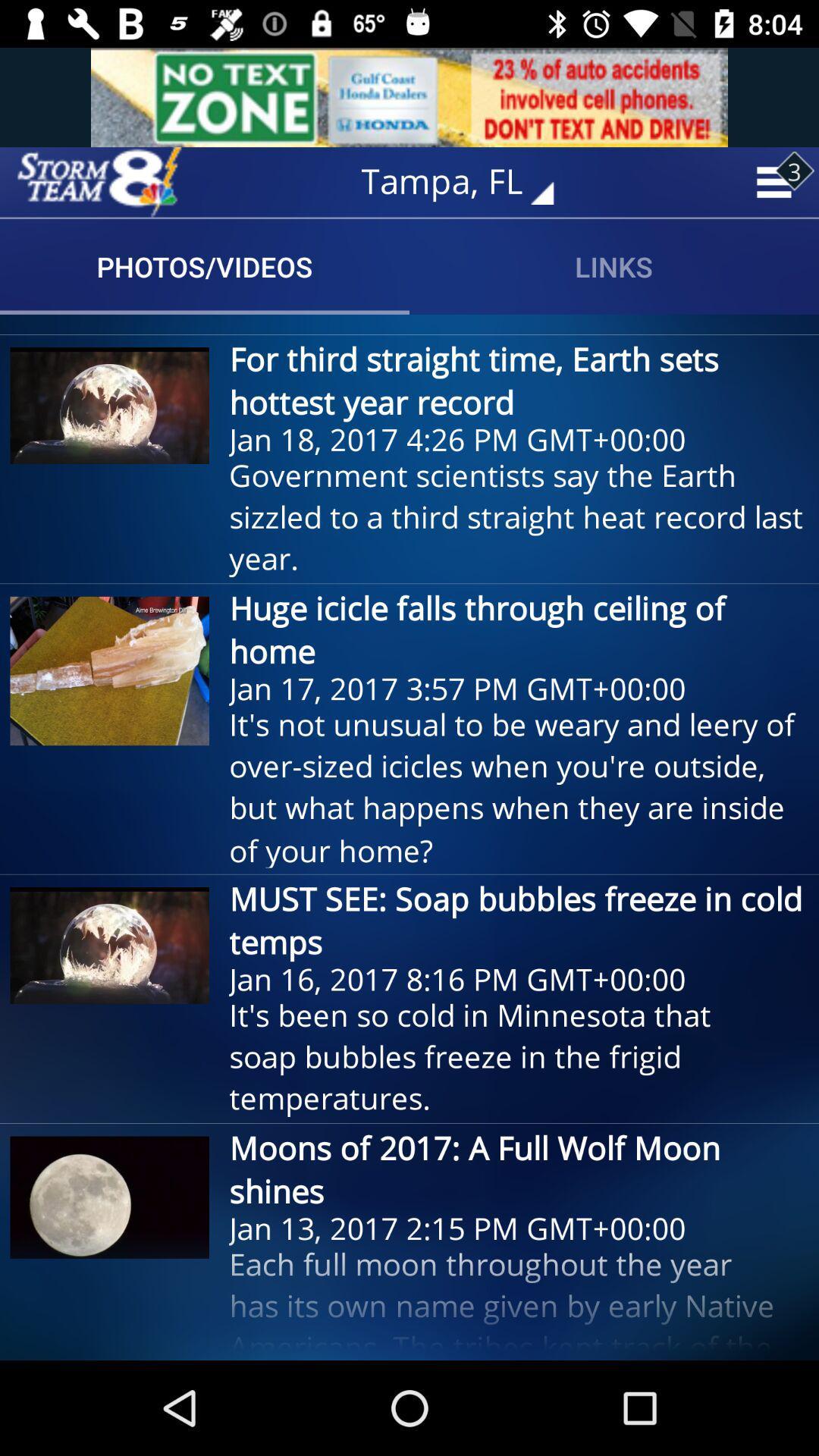 The image size is (819, 1456). Describe the element at coordinates (409, 96) in the screenshot. I see `advertisements website` at that location.